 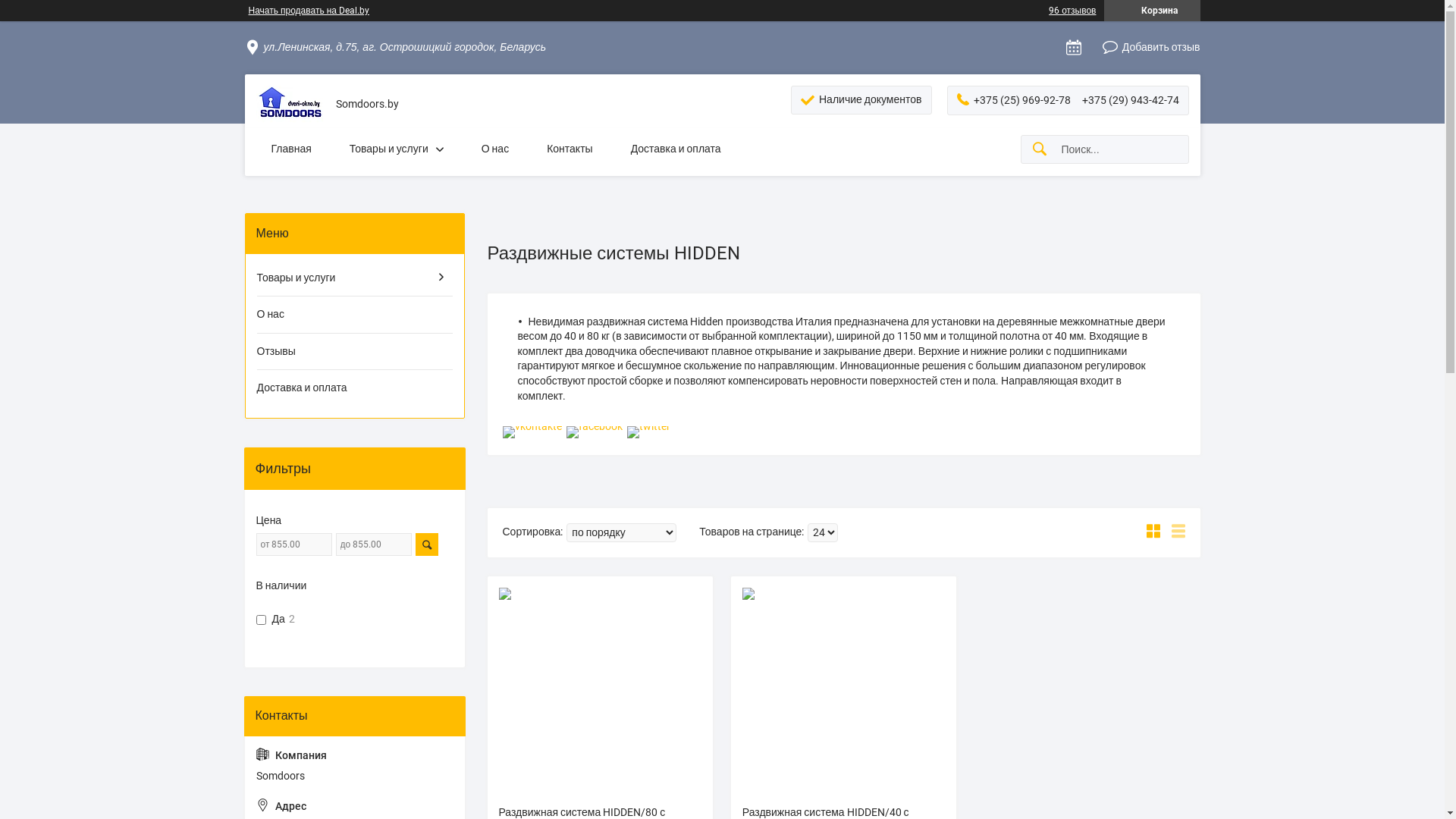 I want to click on 'Somdoors', so click(x=290, y=103).